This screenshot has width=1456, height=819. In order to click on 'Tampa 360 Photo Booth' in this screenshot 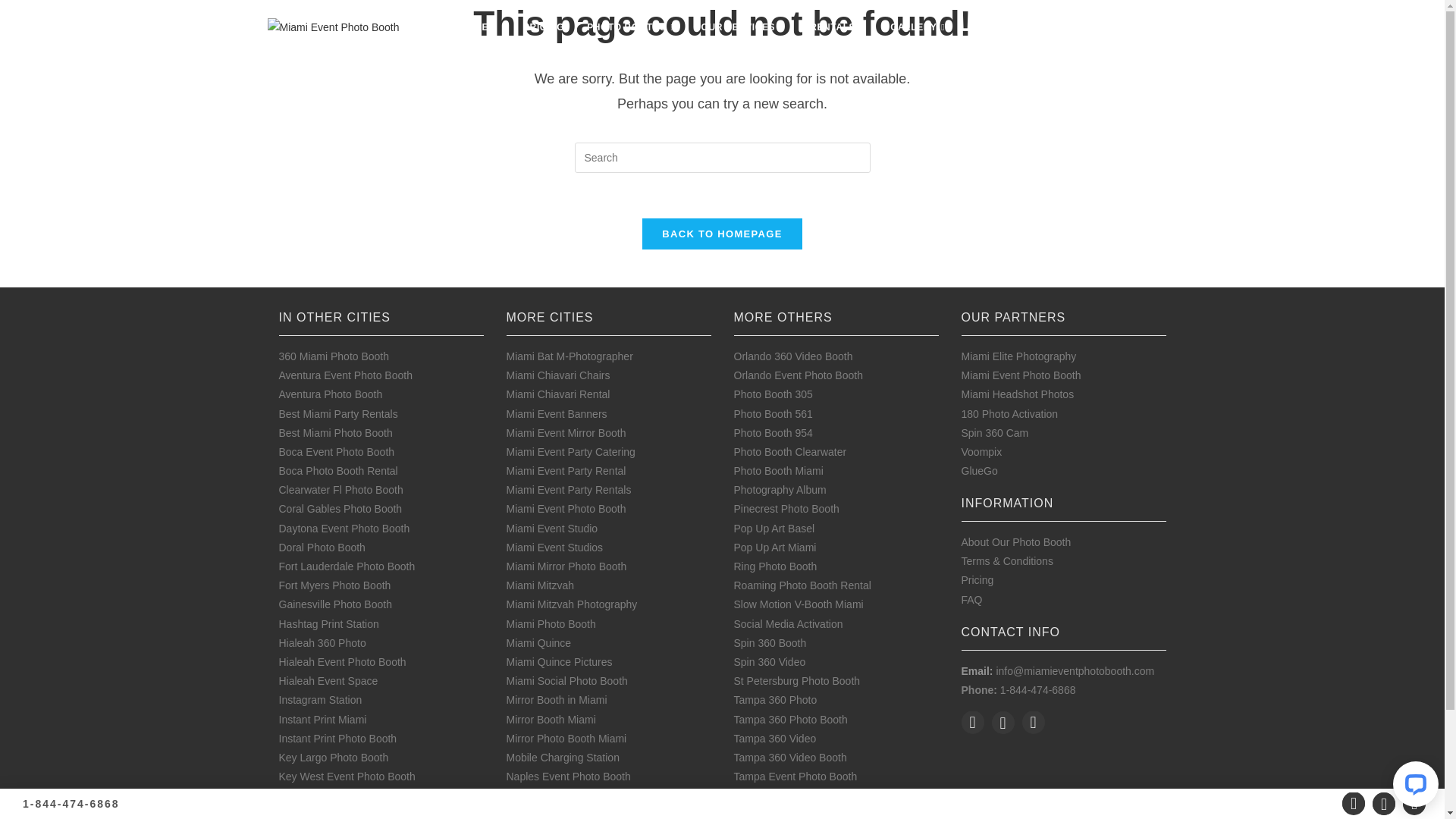, I will do `click(789, 718)`.